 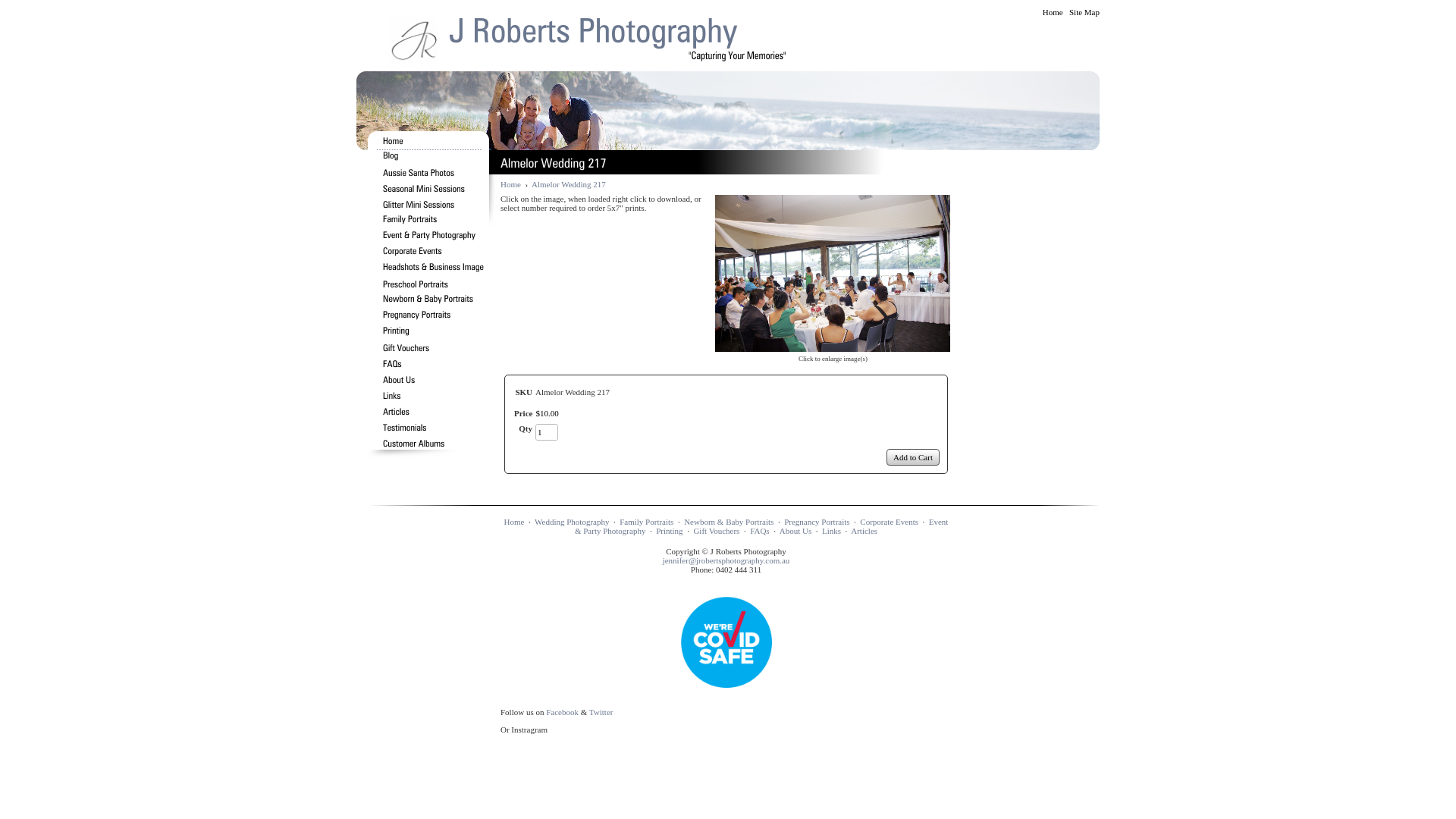 I want to click on 'Add to Cart', so click(x=912, y=456).